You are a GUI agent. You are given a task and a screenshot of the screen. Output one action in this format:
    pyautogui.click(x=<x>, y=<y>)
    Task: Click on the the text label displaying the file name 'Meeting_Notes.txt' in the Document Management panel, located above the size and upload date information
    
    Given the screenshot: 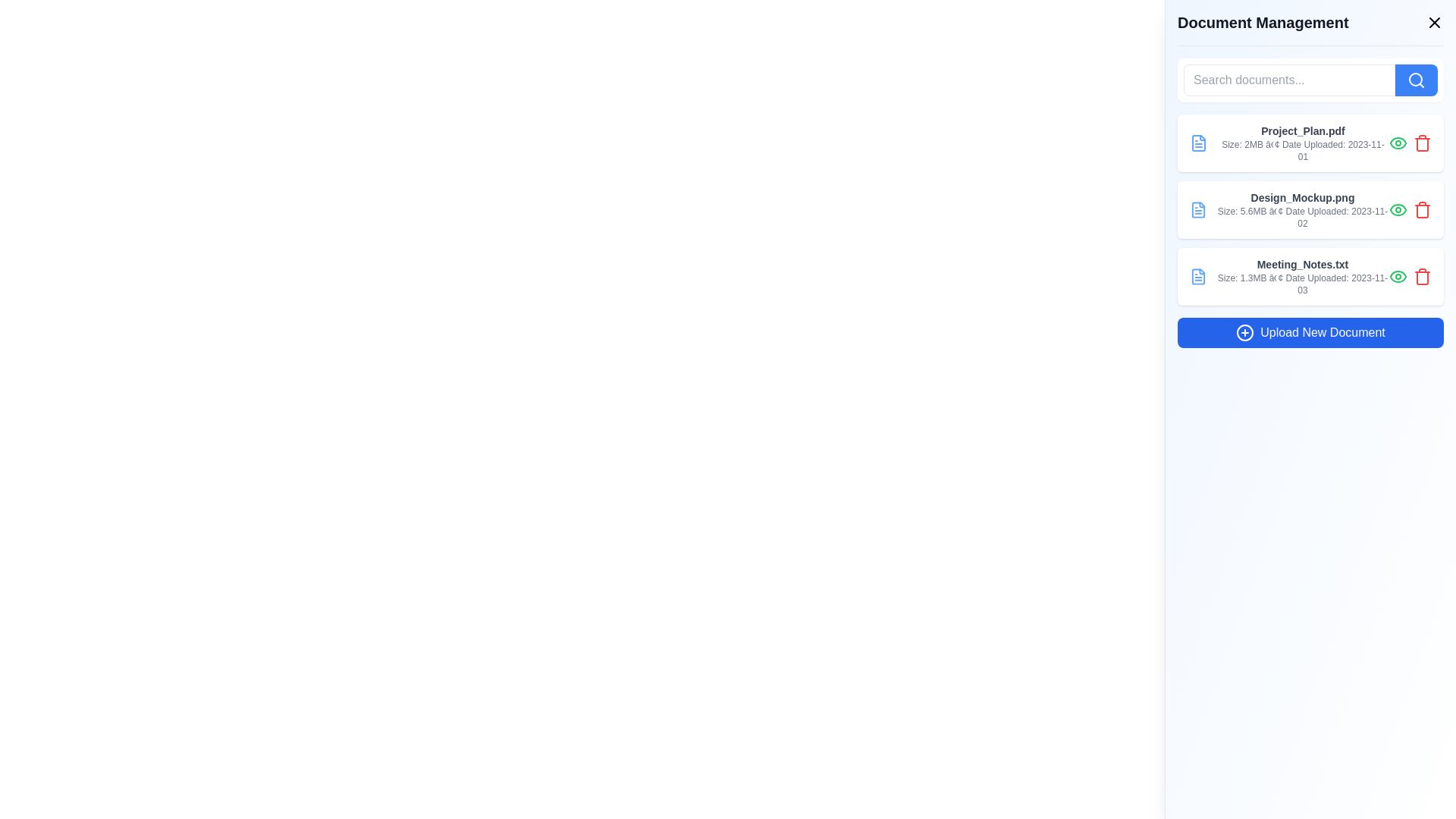 What is the action you would take?
    pyautogui.click(x=1302, y=263)
    